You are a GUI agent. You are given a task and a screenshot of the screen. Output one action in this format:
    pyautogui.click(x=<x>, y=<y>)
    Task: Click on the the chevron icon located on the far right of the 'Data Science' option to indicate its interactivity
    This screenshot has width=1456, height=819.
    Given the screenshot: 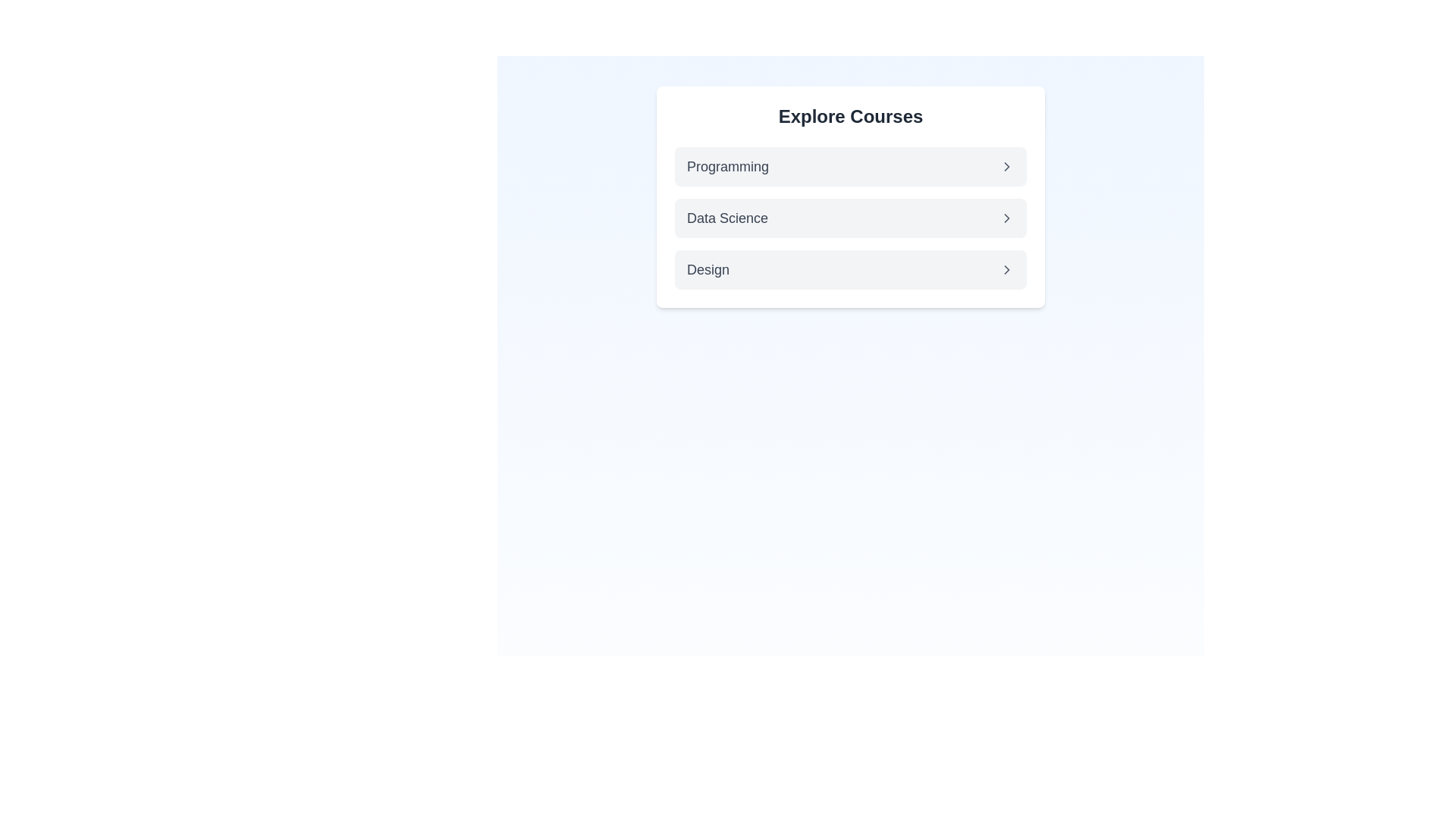 What is the action you would take?
    pyautogui.click(x=1007, y=218)
    